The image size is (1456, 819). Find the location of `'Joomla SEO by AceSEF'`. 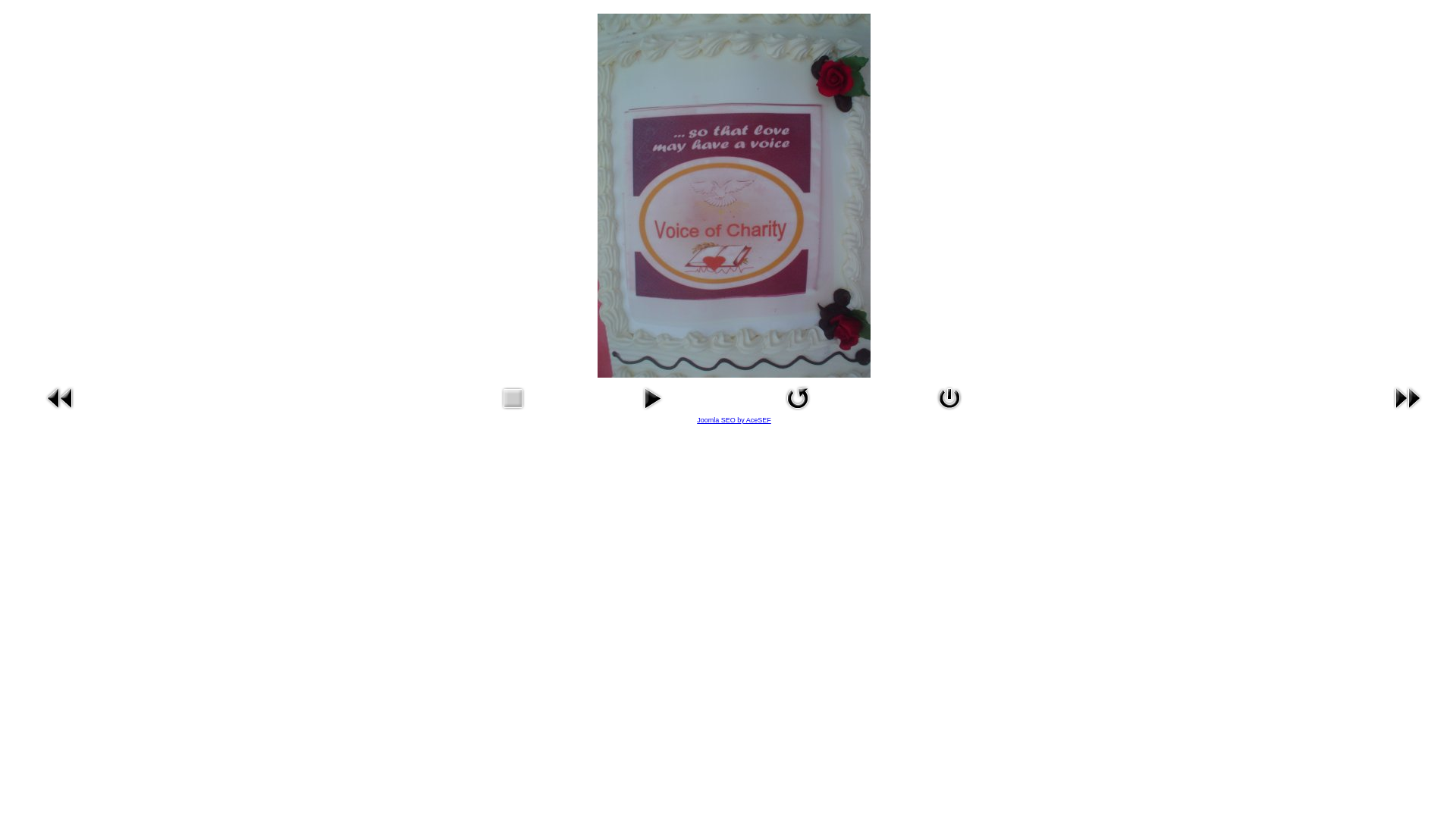

'Joomla SEO by AceSEF' is located at coordinates (734, 420).